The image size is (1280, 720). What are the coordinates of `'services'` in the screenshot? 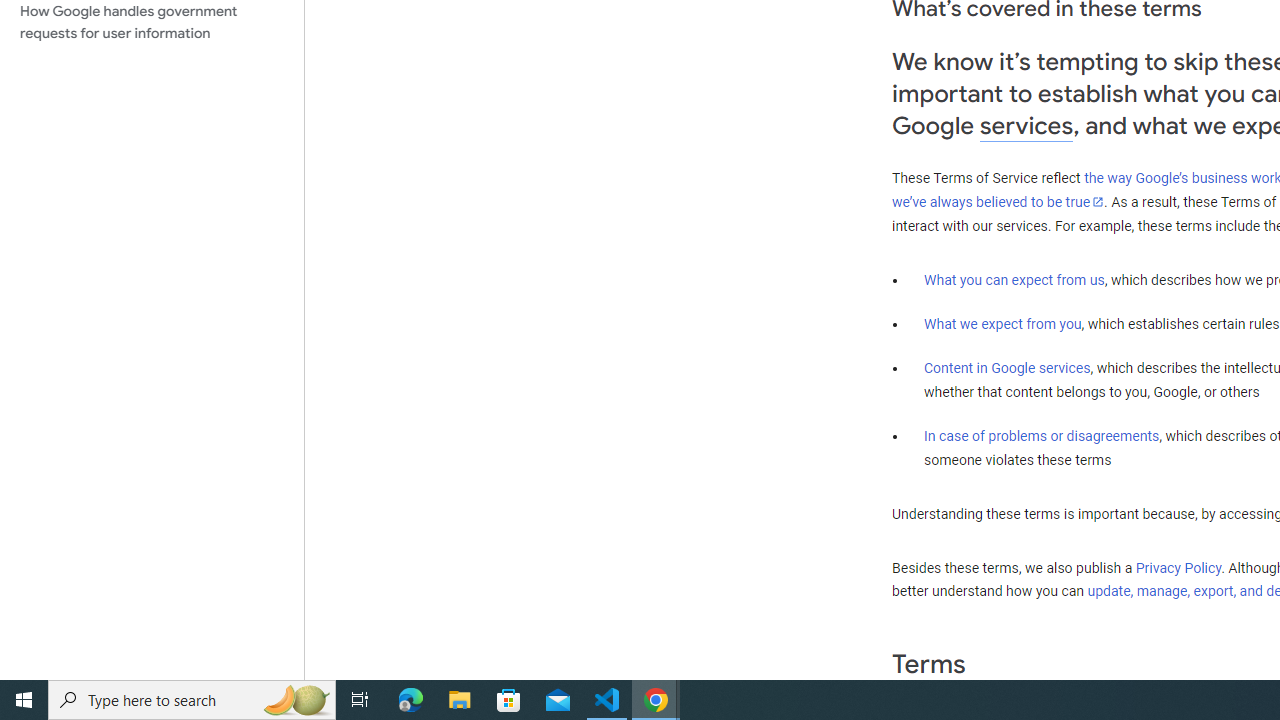 It's located at (1026, 125).